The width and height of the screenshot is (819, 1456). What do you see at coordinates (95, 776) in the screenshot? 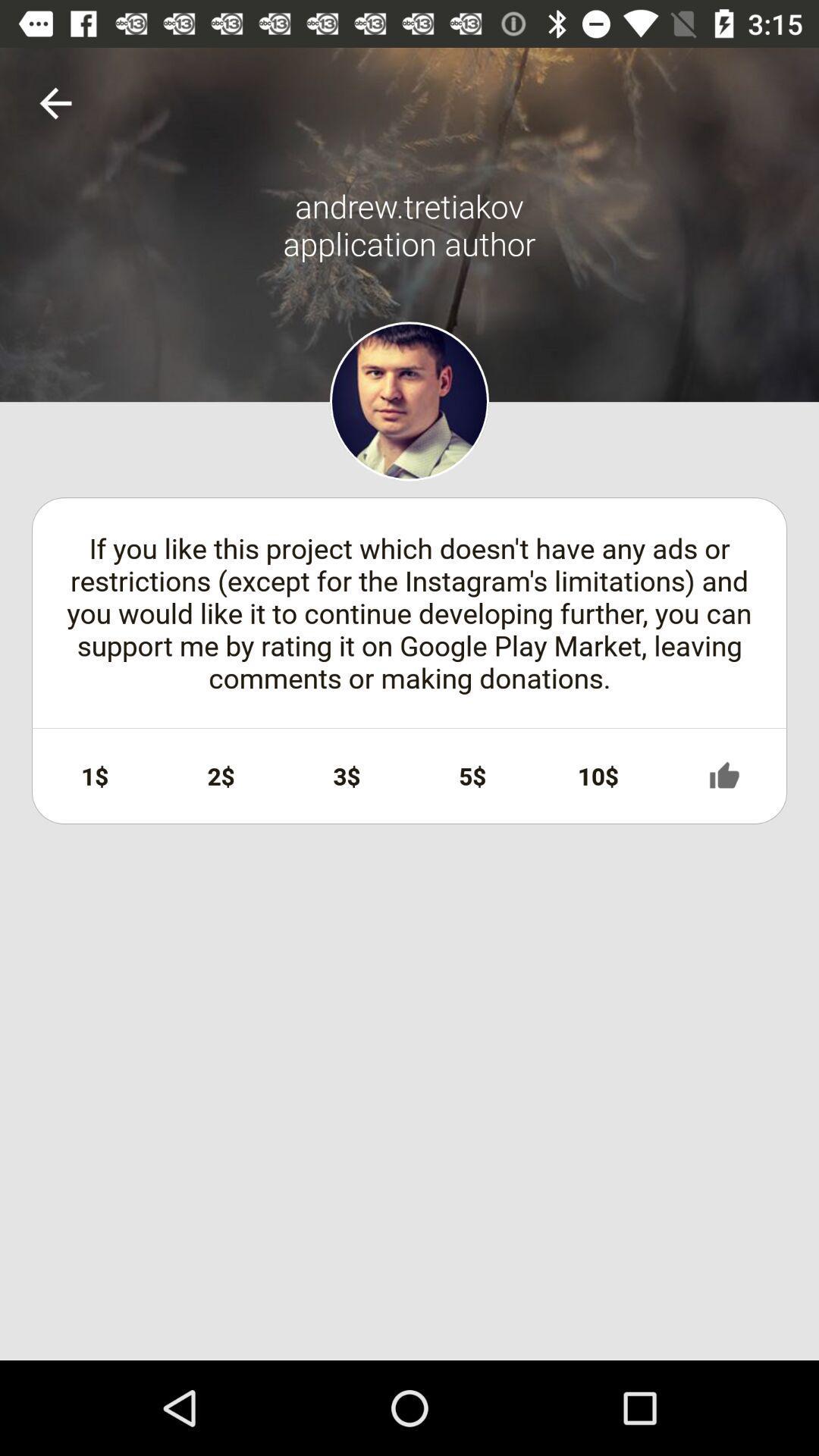
I see `the 1$ icon` at bounding box center [95, 776].